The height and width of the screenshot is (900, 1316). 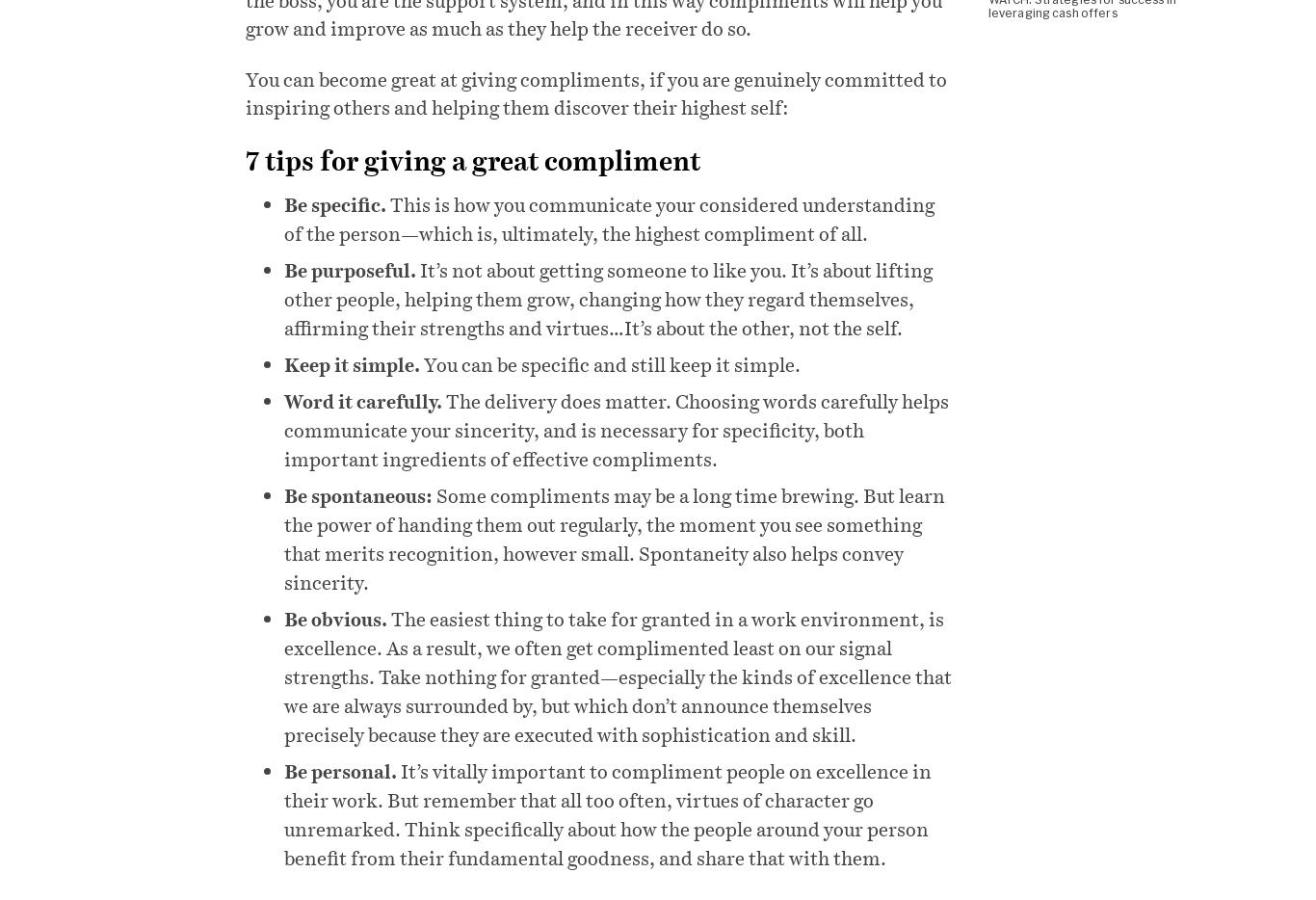 What do you see at coordinates (356, 493) in the screenshot?
I see `'Be spontaneous:'` at bounding box center [356, 493].